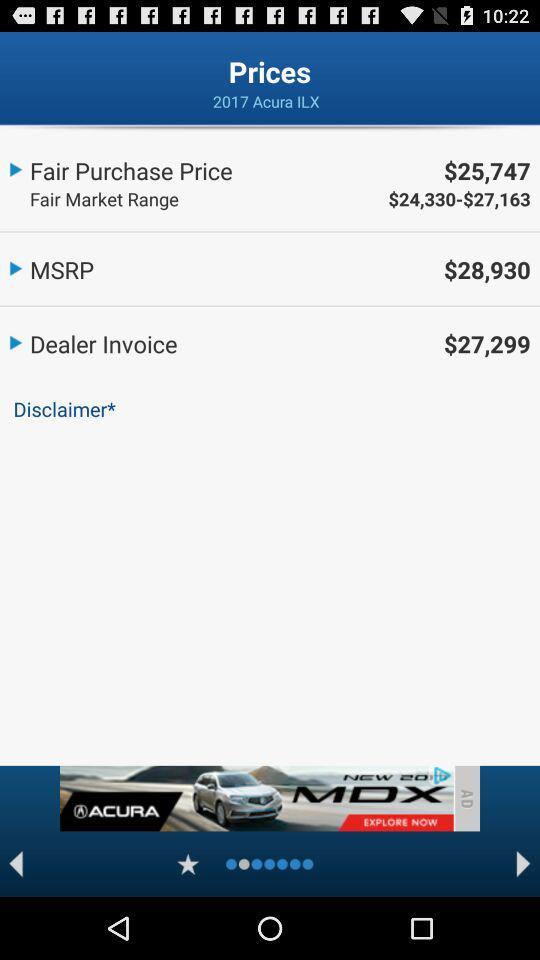 This screenshot has width=540, height=960. I want to click on star rating, so click(188, 863).